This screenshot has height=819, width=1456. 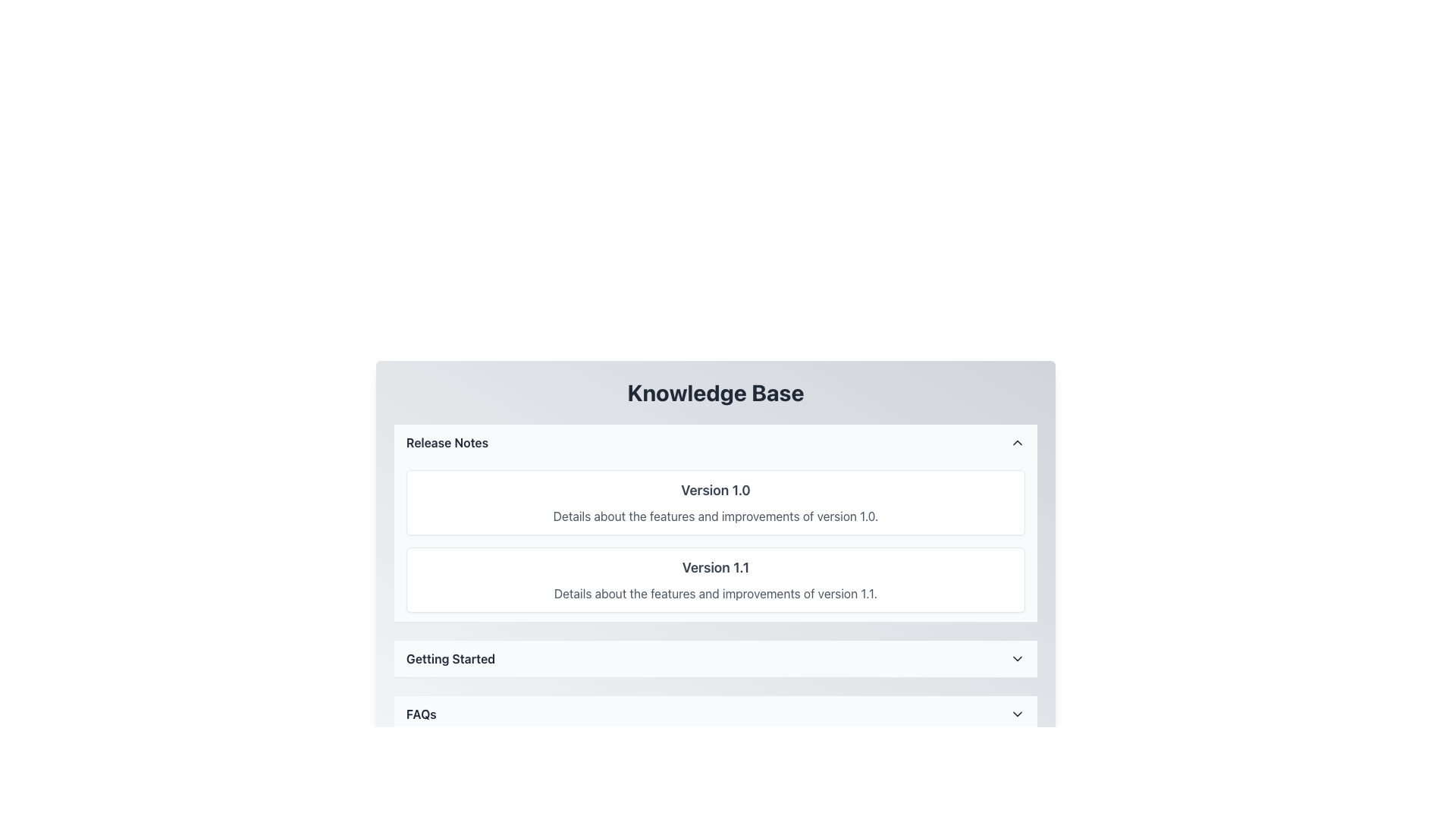 I want to click on gray text that displays 'Details about the features and improvements of version 1.1.' which is located below the header 'Version 1.1', so click(x=715, y=593).